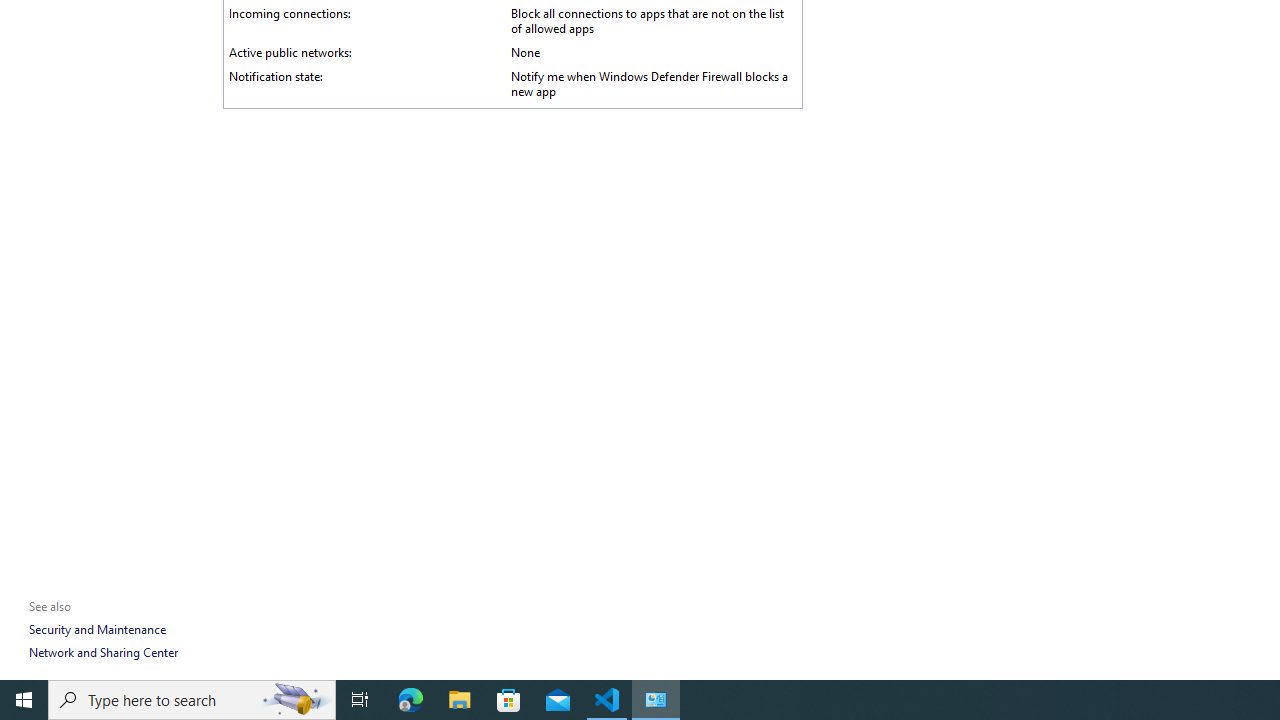 Image resolution: width=1280 pixels, height=720 pixels. Describe the element at coordinates (24, 698) in the screenshot. I see `'Start'` at that location.